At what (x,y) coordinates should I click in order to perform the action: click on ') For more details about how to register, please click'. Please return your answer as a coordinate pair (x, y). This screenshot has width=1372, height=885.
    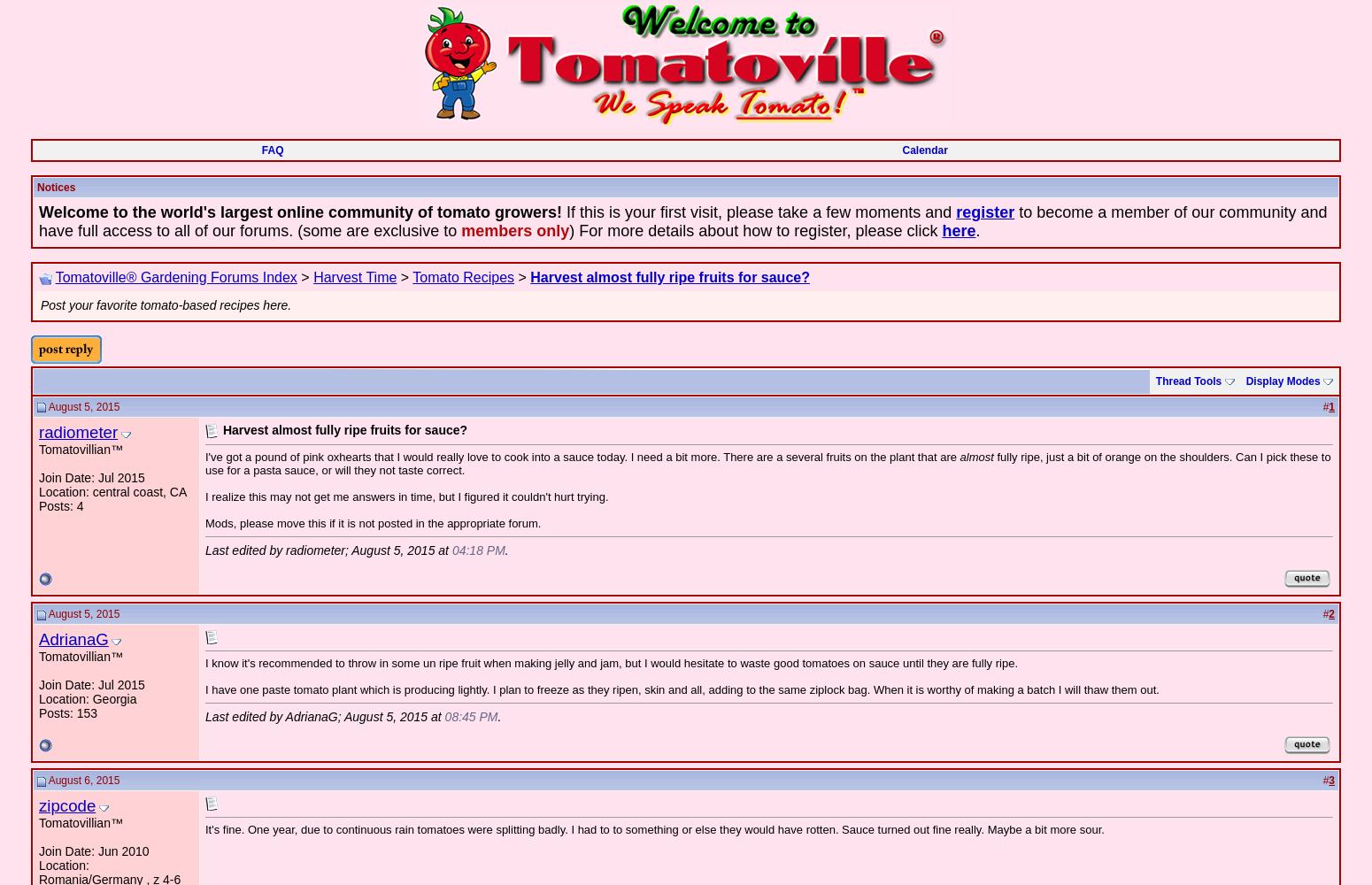
    Looking at the image, I should click on (567, 231).